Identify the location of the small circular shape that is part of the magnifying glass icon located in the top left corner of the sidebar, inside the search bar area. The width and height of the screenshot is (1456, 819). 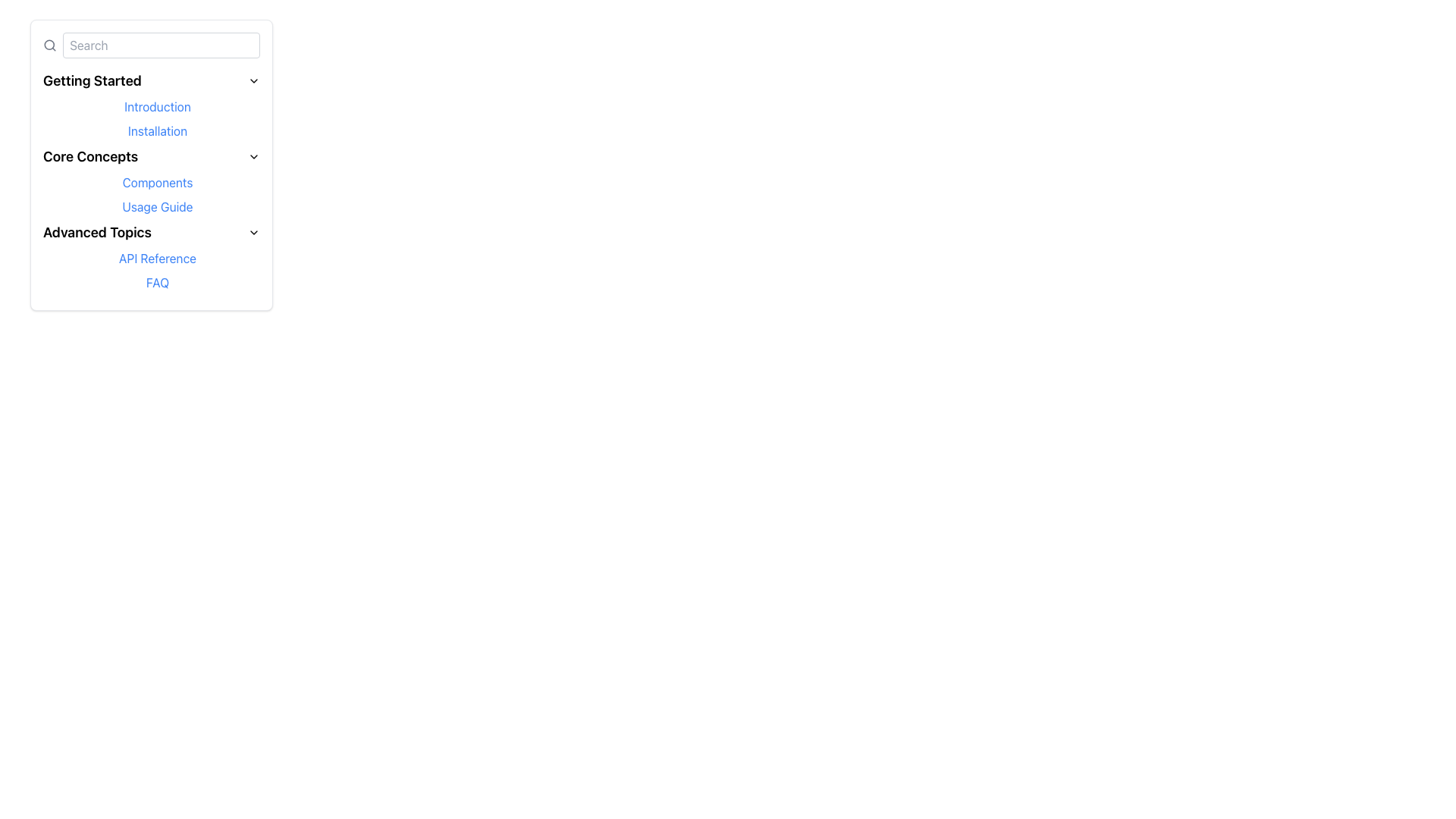
(49, 44).